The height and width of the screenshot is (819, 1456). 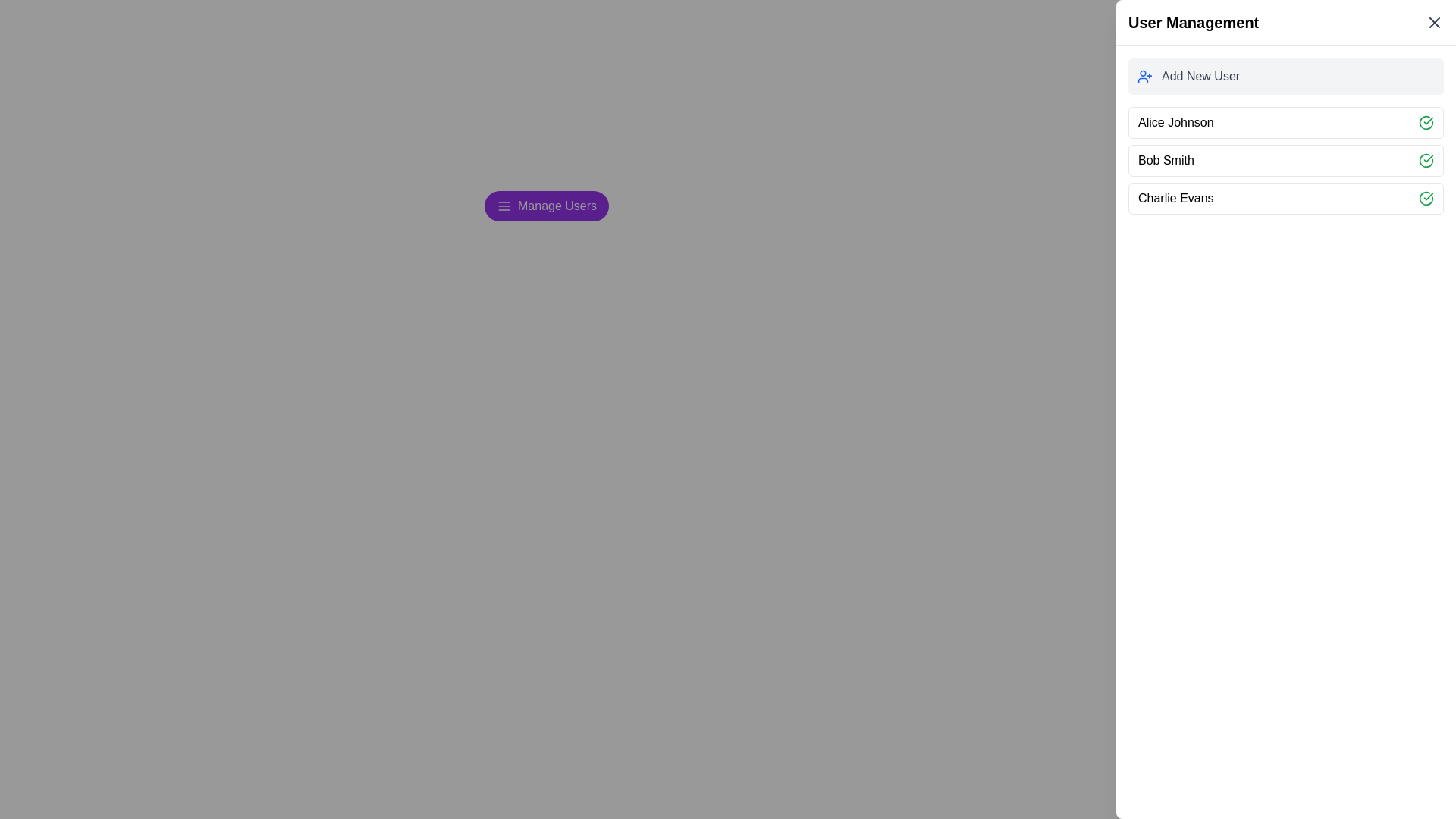 What do you see at coordinates (1165, 161) in the screenshot?
I see `the text display element representing the user named 'Bob Smith', which is located in the 'User Management' panel, directly under 'Alice Johnson' and above 'Charlie Evans'` at bounding box center [1165, 161].